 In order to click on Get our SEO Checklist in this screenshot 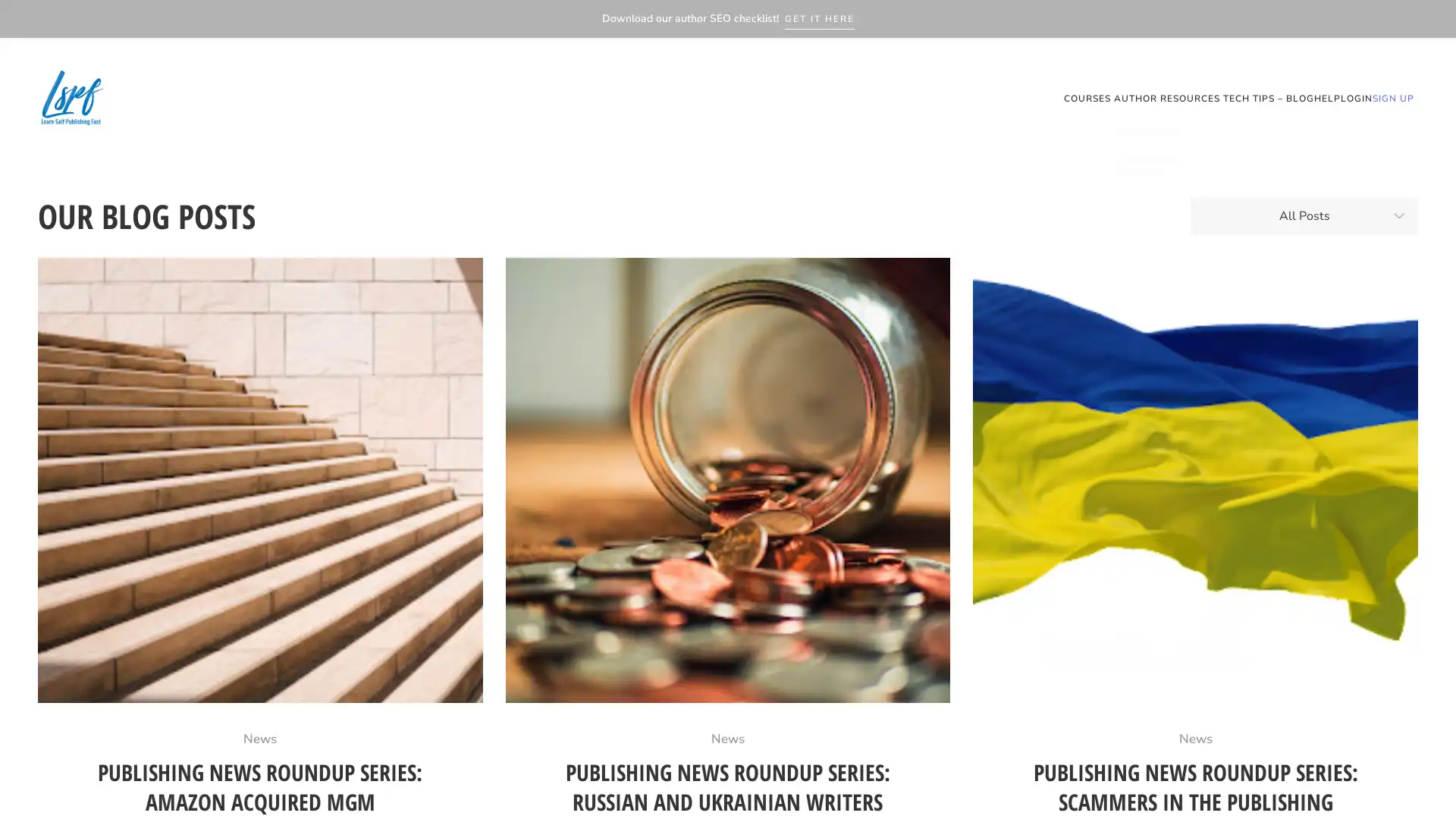, I will do `click(767, 336)`.